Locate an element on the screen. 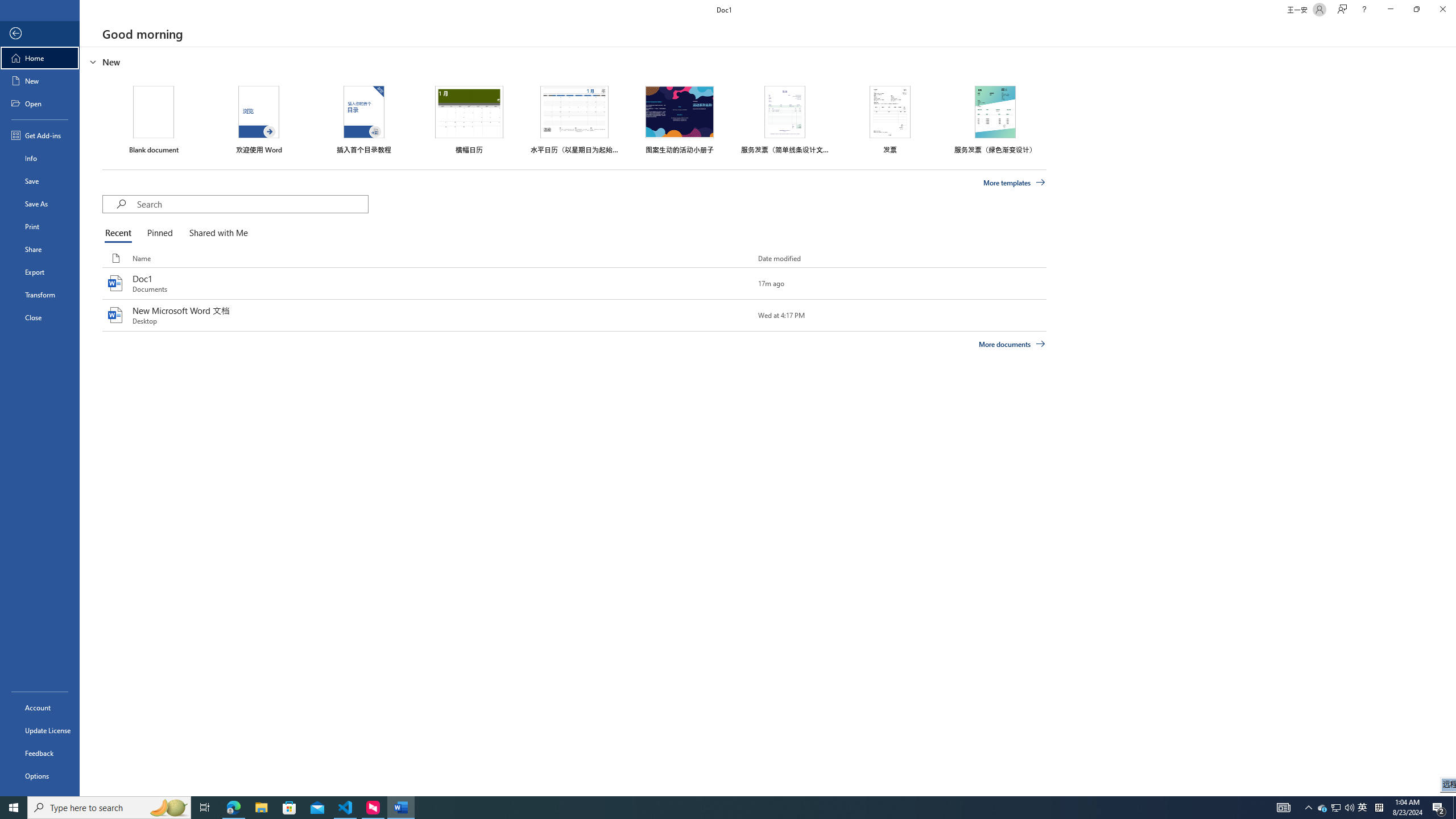 This screenshot has width=1456, height=819. 'Account' is located at coordinates (39, 708).